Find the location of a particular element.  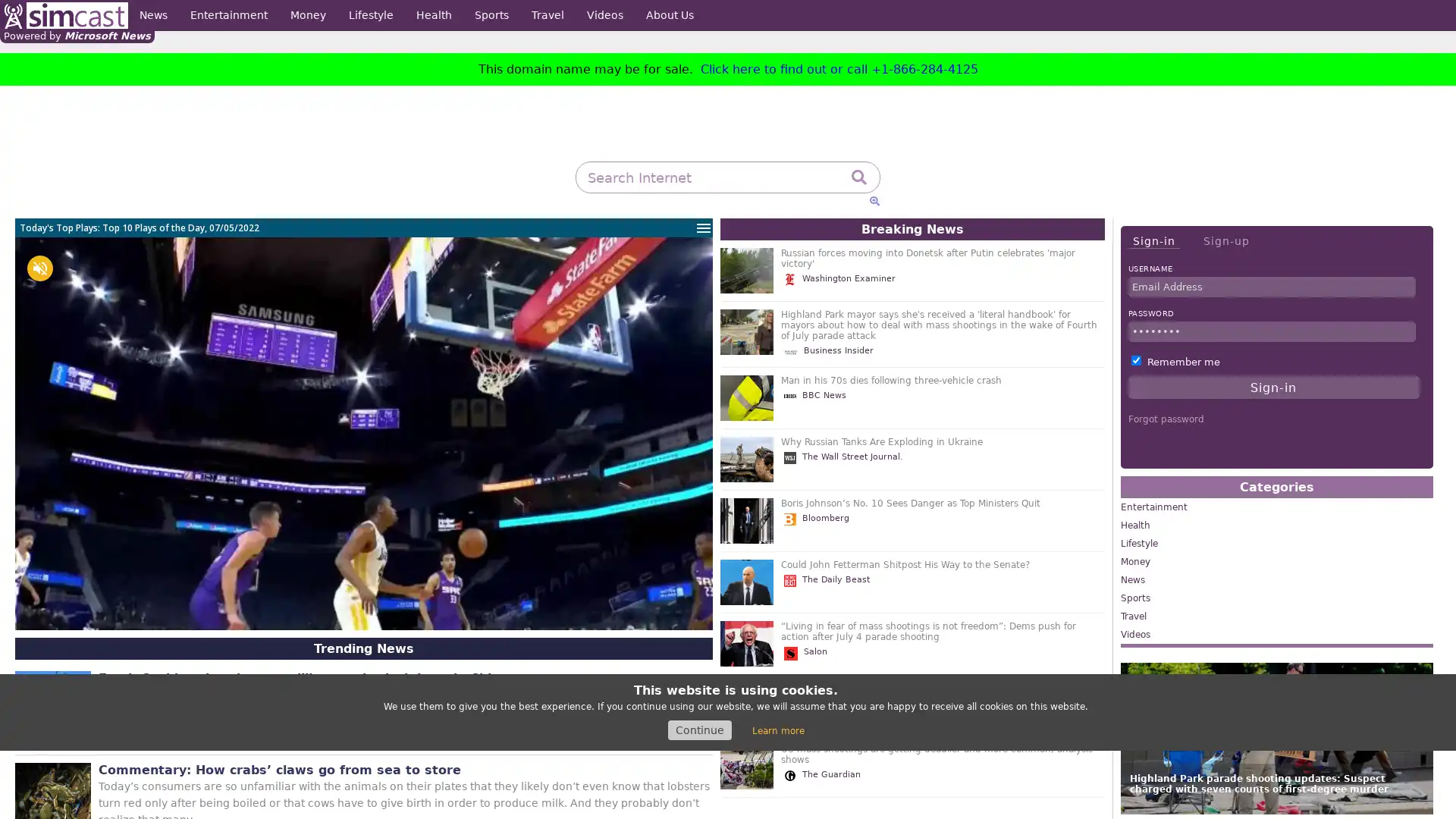

Sign-in is located at coordinates (1273, 386).